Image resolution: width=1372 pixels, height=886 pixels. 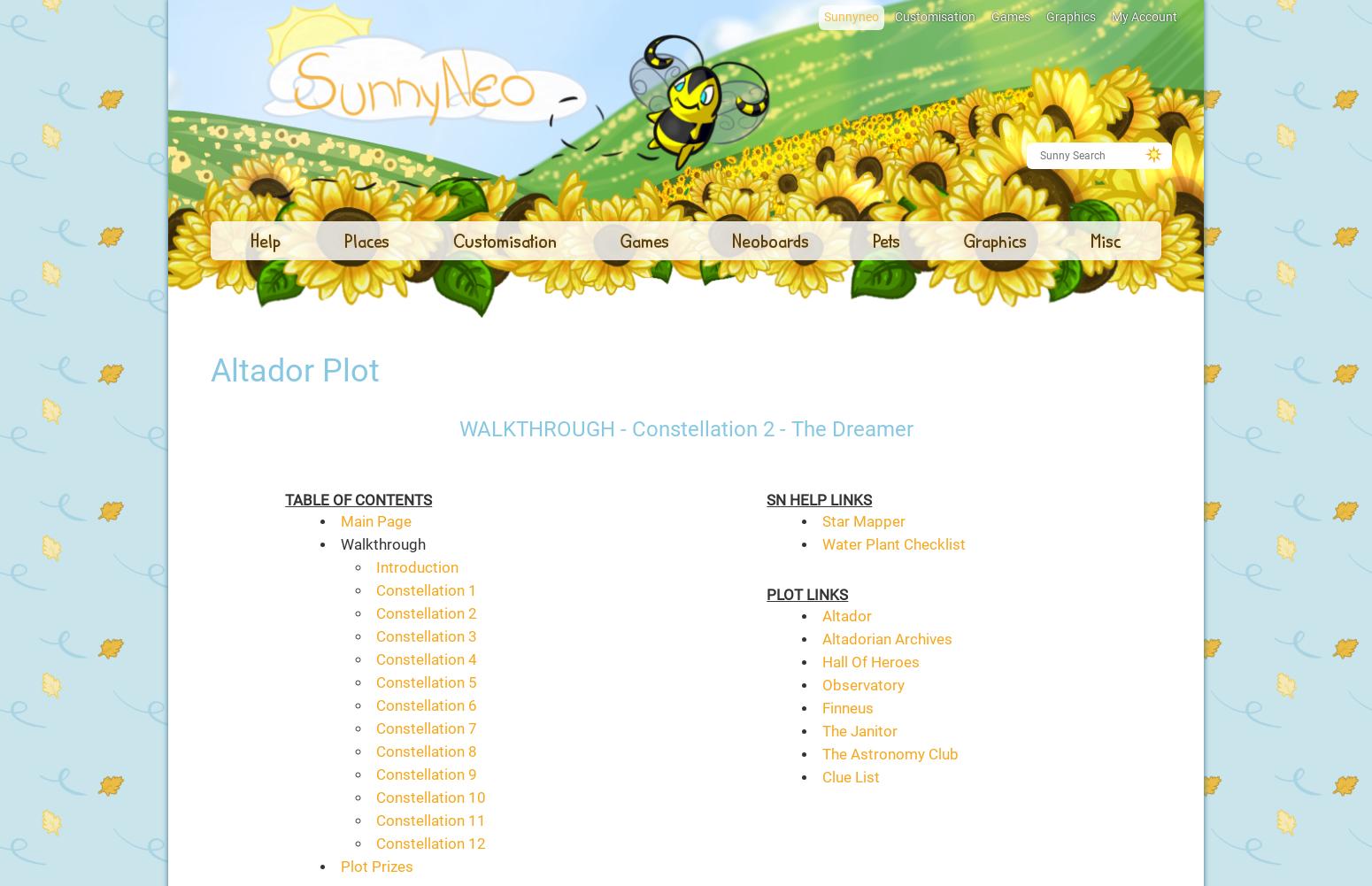 What do you see at coordinates (821, 685) in the screenshot?
I see `'Observatory'` at bounding box center [821, 685].